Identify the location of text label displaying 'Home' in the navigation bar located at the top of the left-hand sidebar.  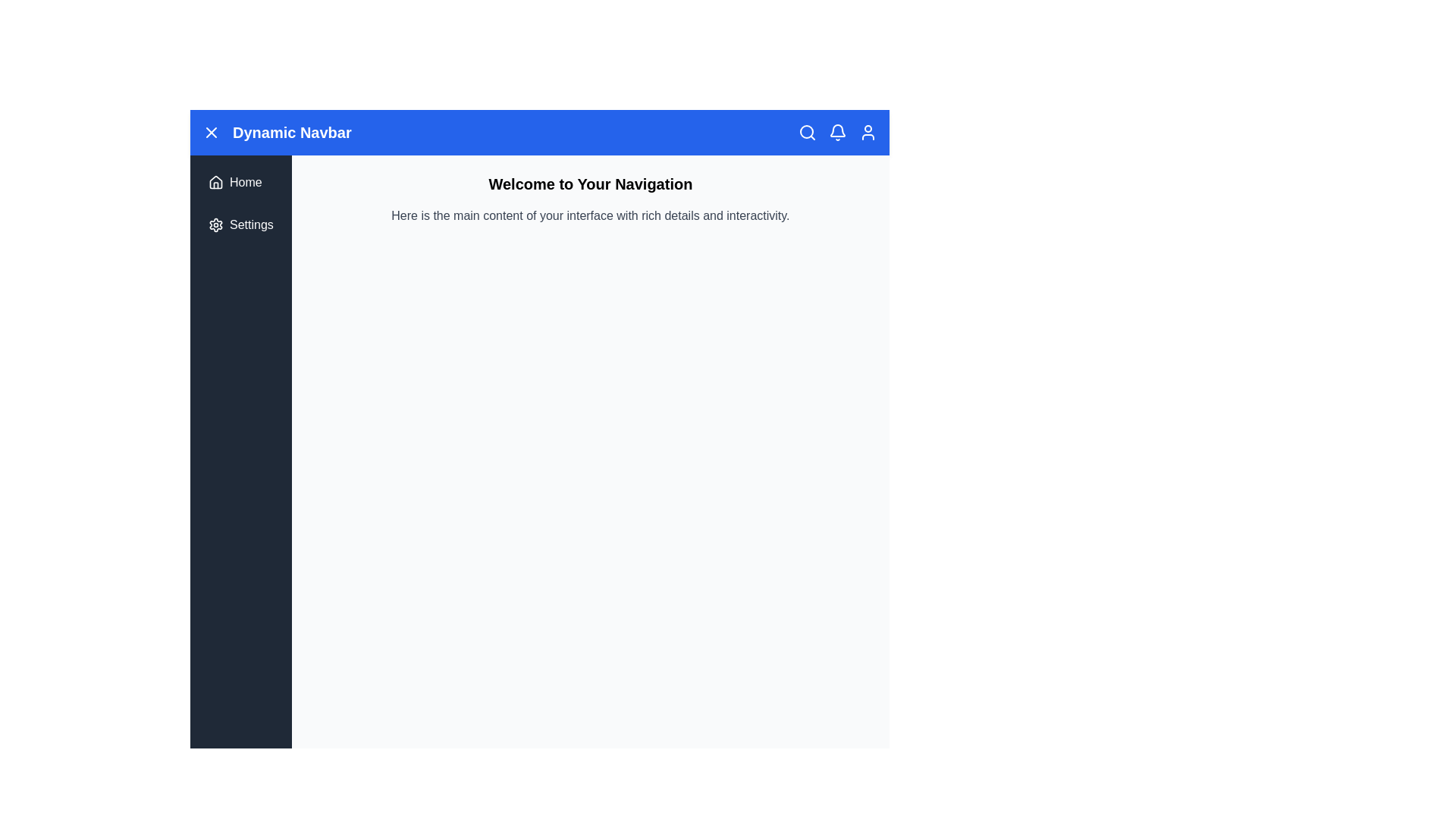
(246, 181).